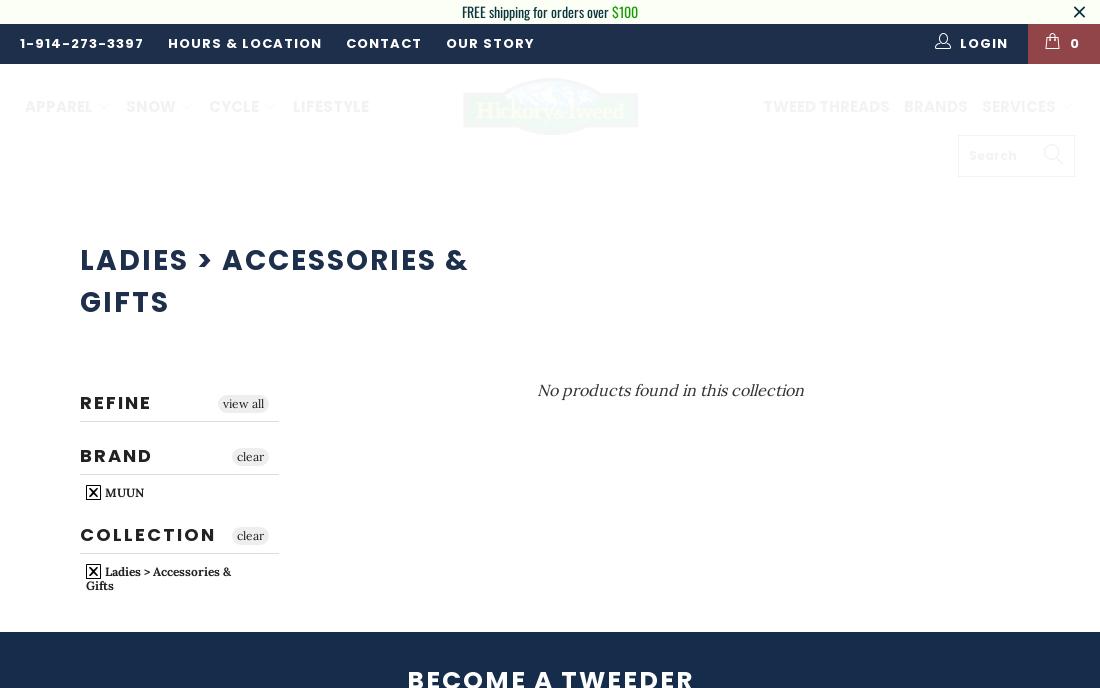  I want to click on 'MUUN', so click(122, 490).